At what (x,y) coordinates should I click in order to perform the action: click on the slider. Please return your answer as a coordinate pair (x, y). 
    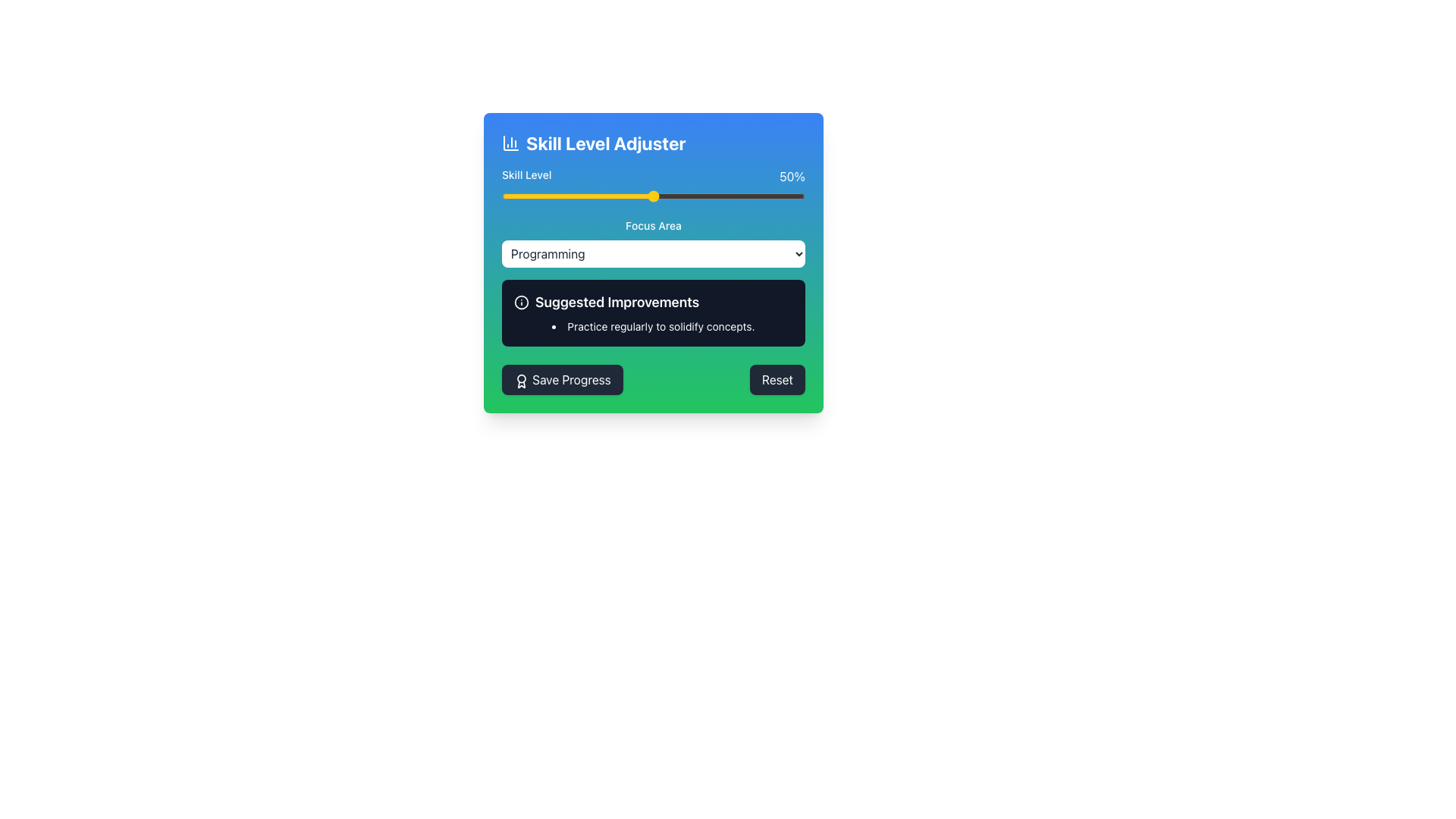
    Looking at the image, I should click on (510, 195).